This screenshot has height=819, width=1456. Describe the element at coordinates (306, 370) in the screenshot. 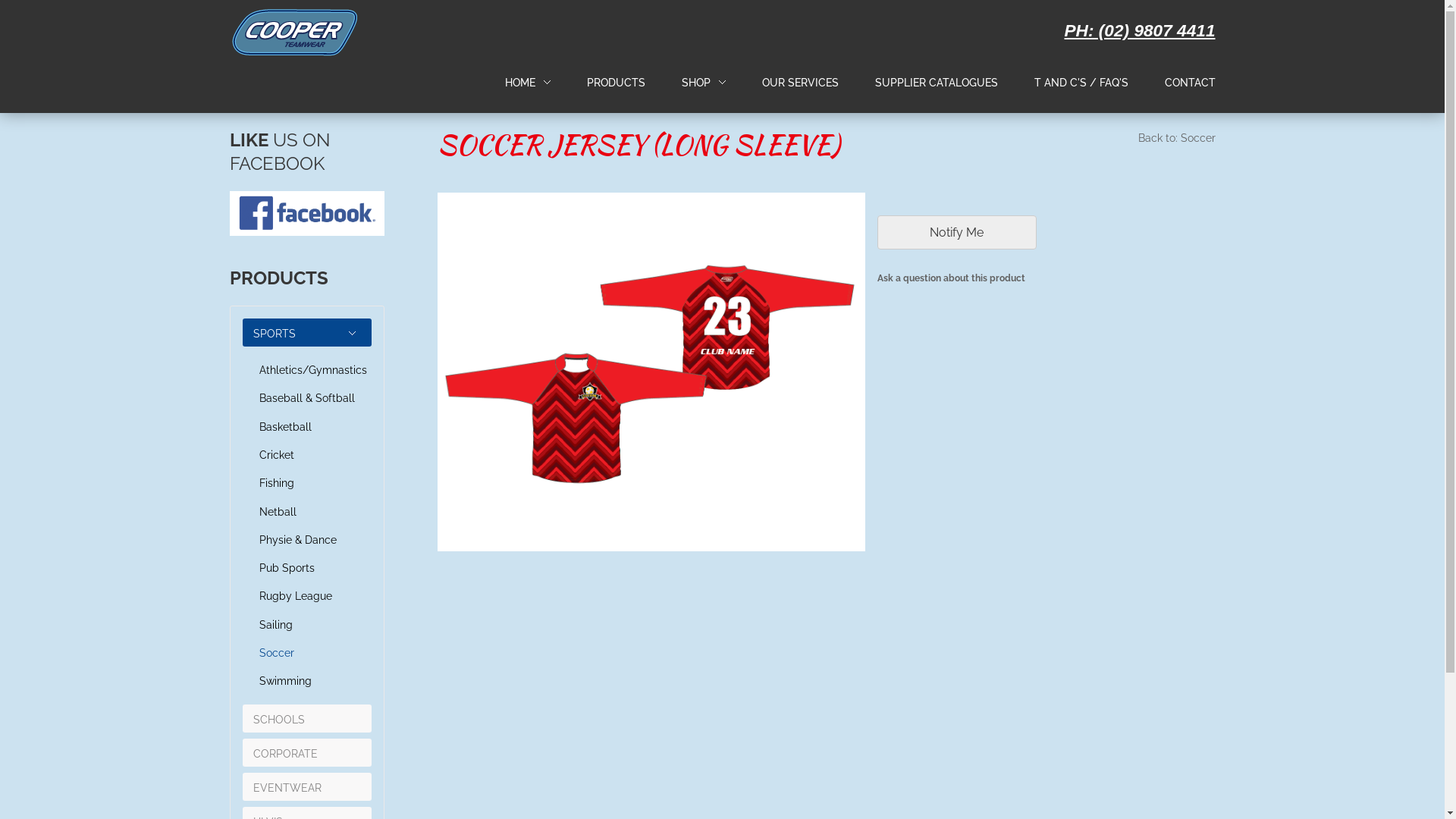

I see `'Athletics/Gymnastics'` at that location.